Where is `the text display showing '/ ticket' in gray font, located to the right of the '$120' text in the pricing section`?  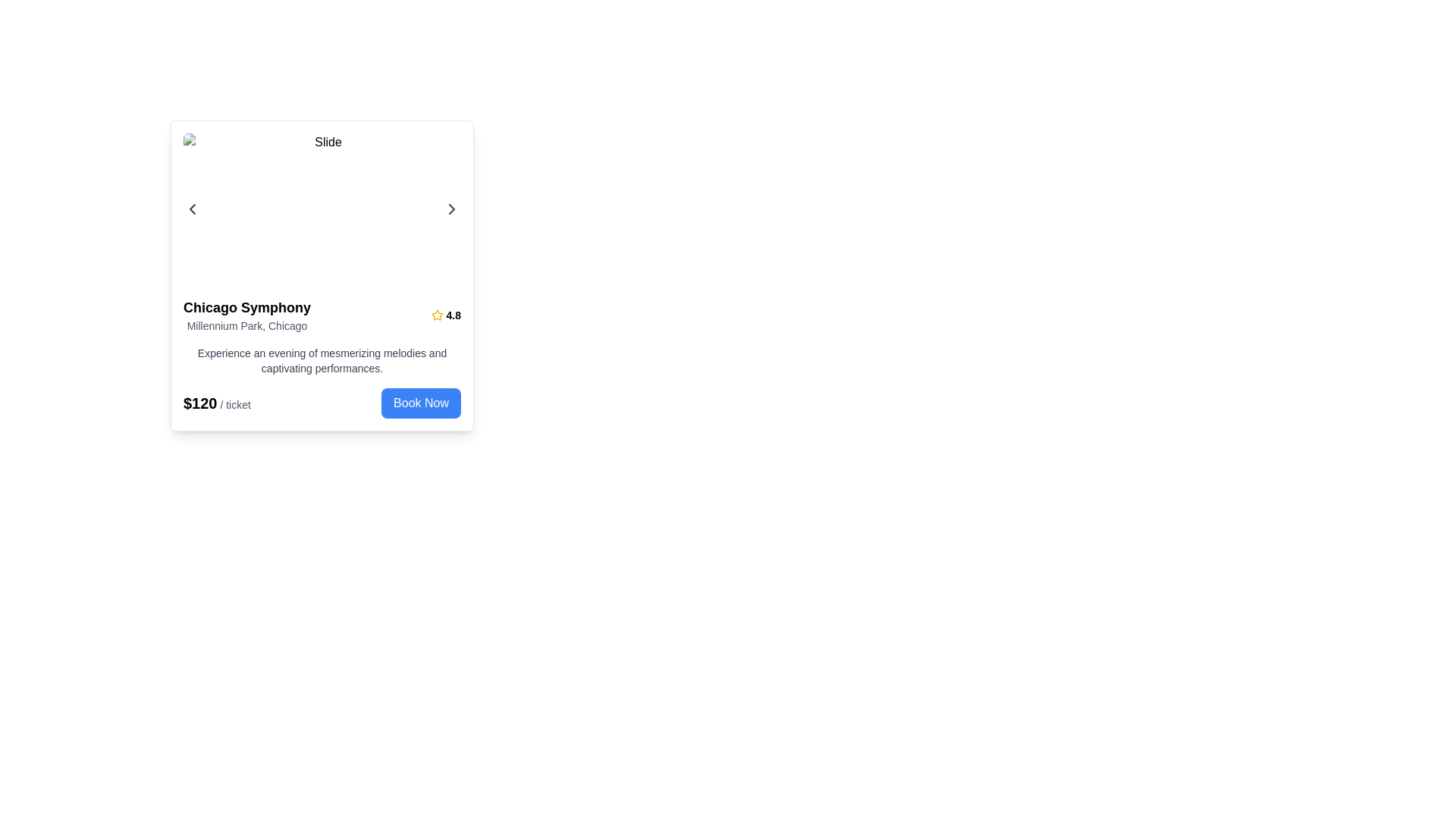
the text display showing '/ ticket' in gray font, located to the right of the '$120' text in the pricing section is located at coordinates (233, 403).